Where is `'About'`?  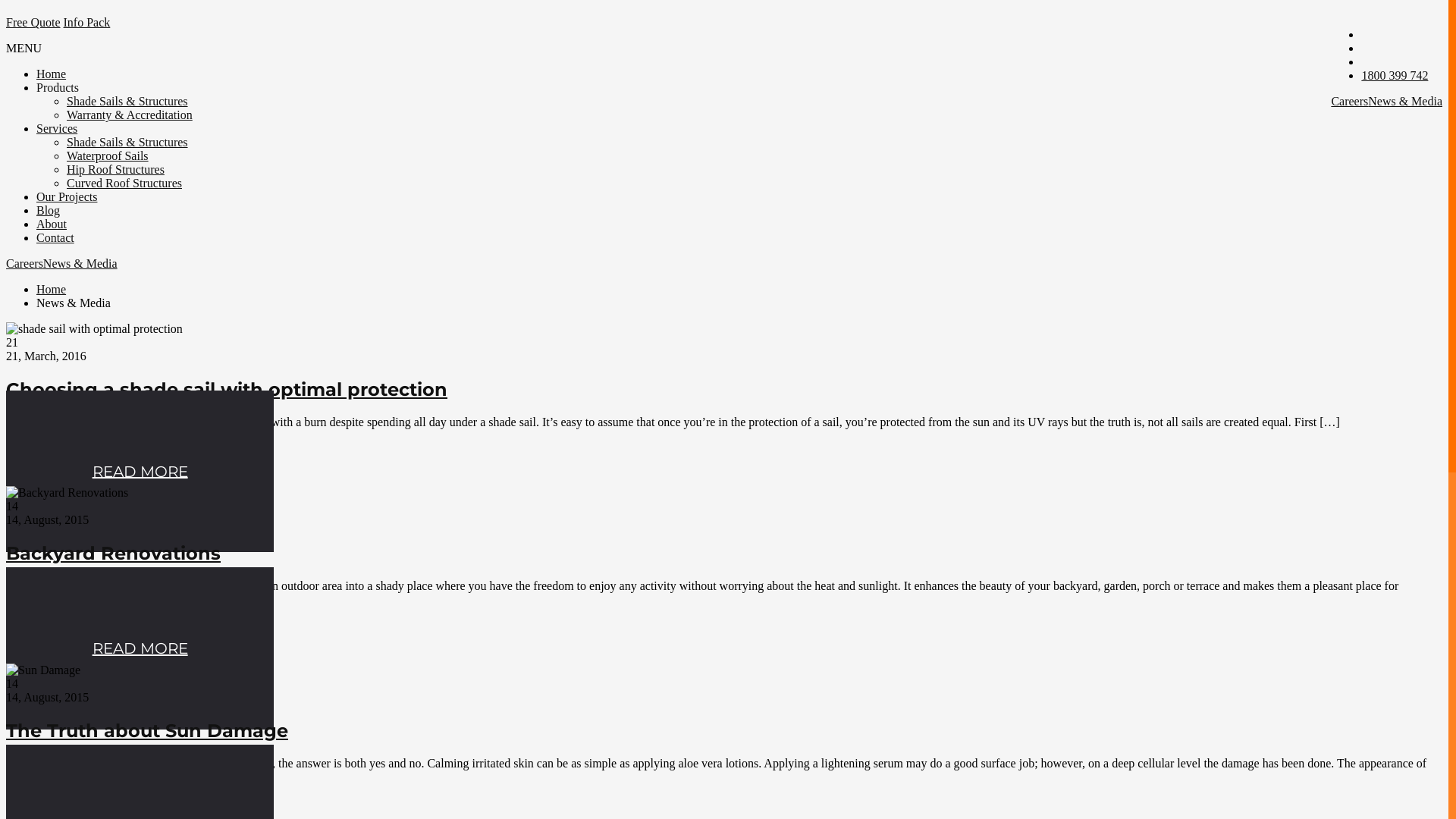 'About' is located at coordinates (51, 224).